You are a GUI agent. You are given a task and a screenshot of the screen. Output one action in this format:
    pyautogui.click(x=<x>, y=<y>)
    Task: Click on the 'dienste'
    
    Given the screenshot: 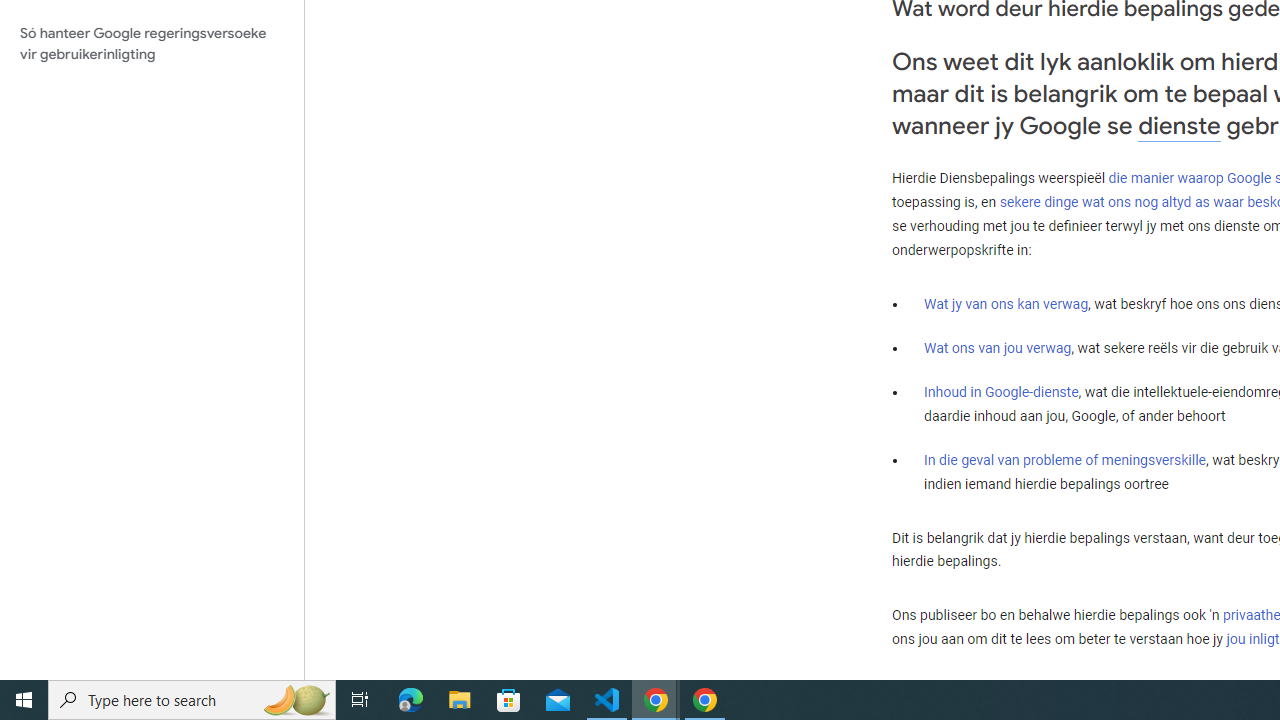 What is the action you would take?
    pyautogui.click(x=1179, y=125)
    